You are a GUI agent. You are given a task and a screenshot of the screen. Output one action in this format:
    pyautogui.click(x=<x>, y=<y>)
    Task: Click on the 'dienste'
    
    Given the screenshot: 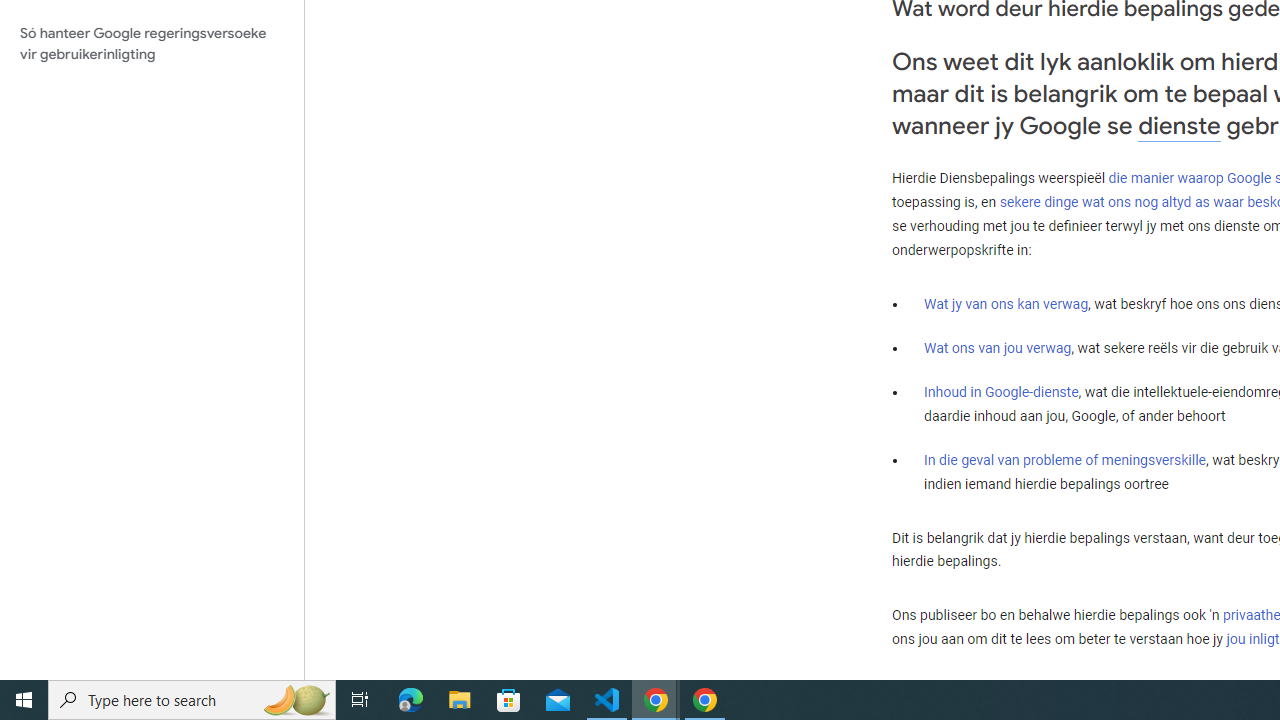 What is the action you would take?
    pyautogui.click(x=1179, y=125)
    